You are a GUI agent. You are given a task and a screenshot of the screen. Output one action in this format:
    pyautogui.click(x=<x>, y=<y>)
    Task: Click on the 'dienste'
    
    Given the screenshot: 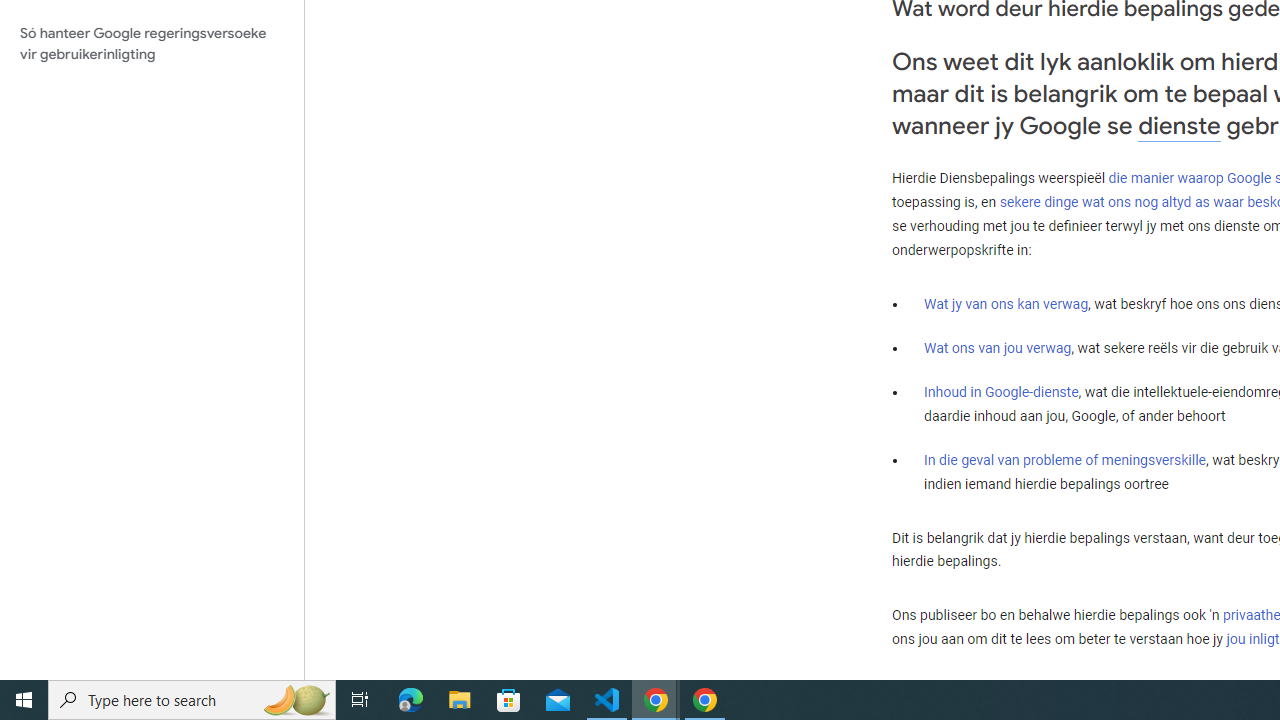 What is the action you would take?
    pyautogui.click(x=1179, y=125)
    